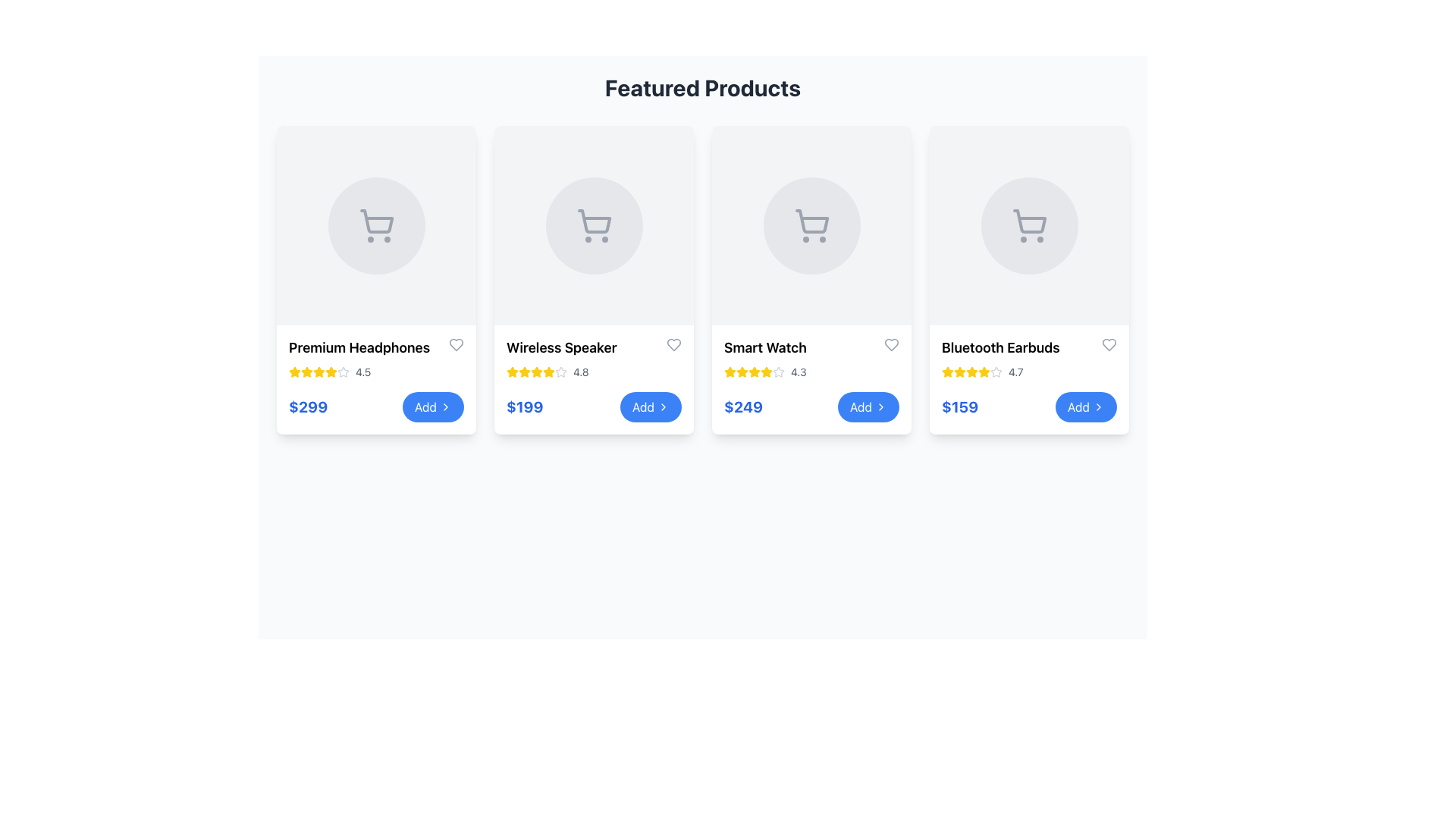 This screenshot has height=819, width=1456. What do you see at coordinates (537, 372) in the screenshot?
I see `the yellow star icon representing the rating feature for the 'Wireless Speaker' product, located next to the numeric rating value '4.8'` at bounding box center [537, 372].